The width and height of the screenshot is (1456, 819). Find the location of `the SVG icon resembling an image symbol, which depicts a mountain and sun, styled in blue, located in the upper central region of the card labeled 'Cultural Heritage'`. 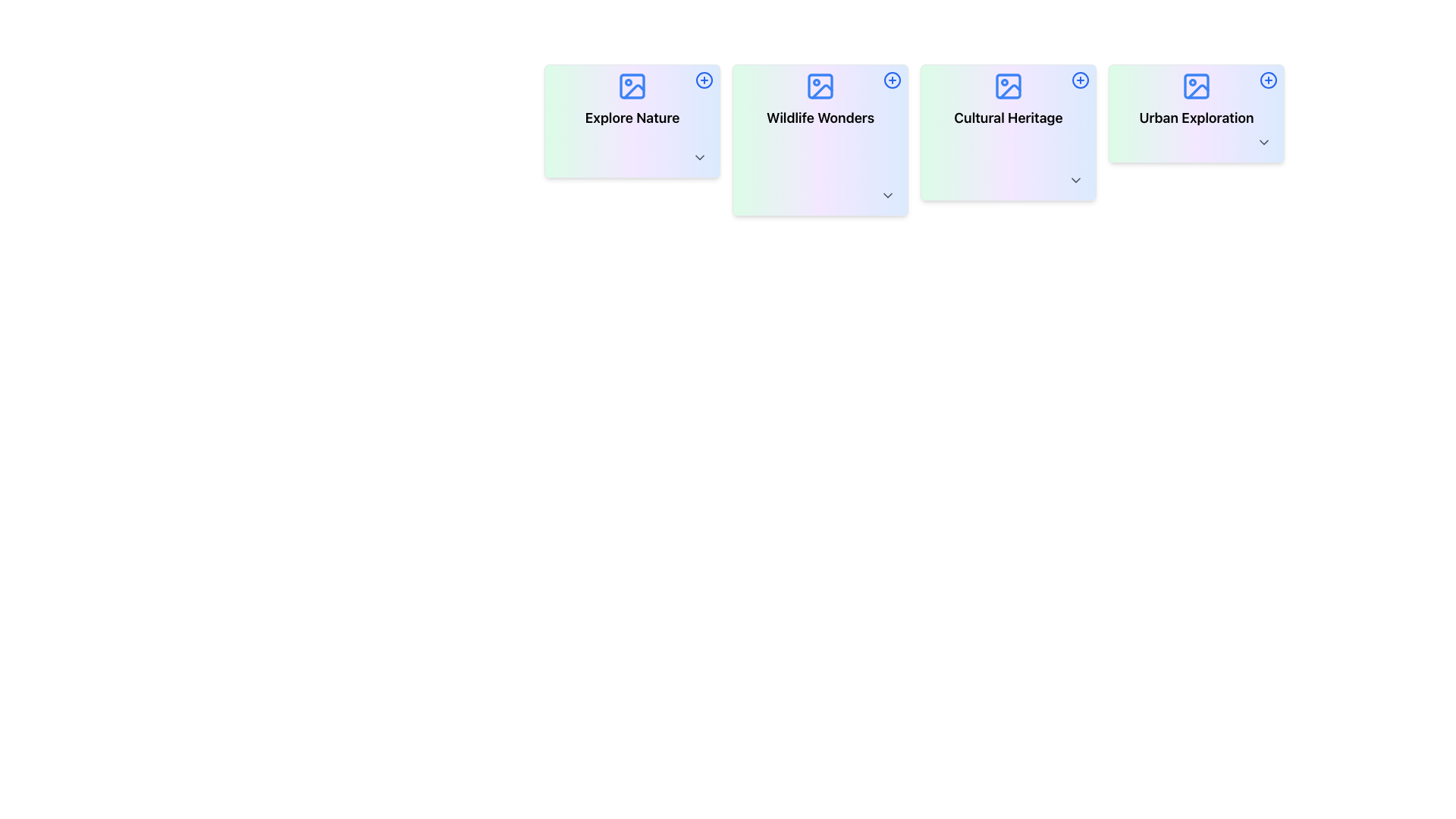

the SVG icon resembling an image symbol, which depicts a mountain and sun, styled in blue, located in the upper central region of the card labeled 'Cultural Heritage' is located at coordinates (1008, 86).